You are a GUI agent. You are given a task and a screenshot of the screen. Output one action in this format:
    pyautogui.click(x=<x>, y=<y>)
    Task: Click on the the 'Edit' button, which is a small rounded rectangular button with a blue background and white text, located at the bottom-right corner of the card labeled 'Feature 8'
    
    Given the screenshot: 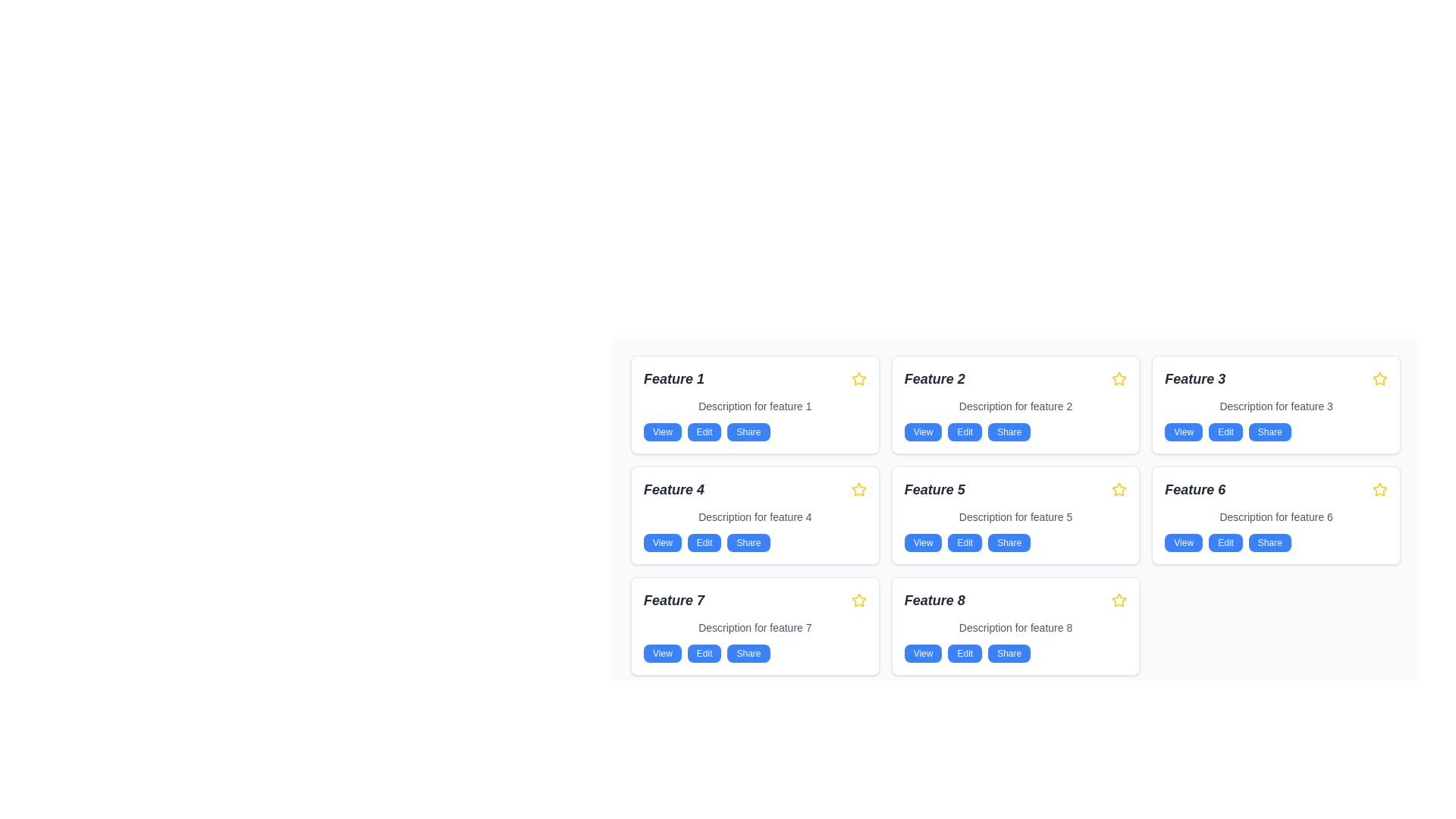 What is the action you would take?
    pyautogui.click(x=964, y=652)
    